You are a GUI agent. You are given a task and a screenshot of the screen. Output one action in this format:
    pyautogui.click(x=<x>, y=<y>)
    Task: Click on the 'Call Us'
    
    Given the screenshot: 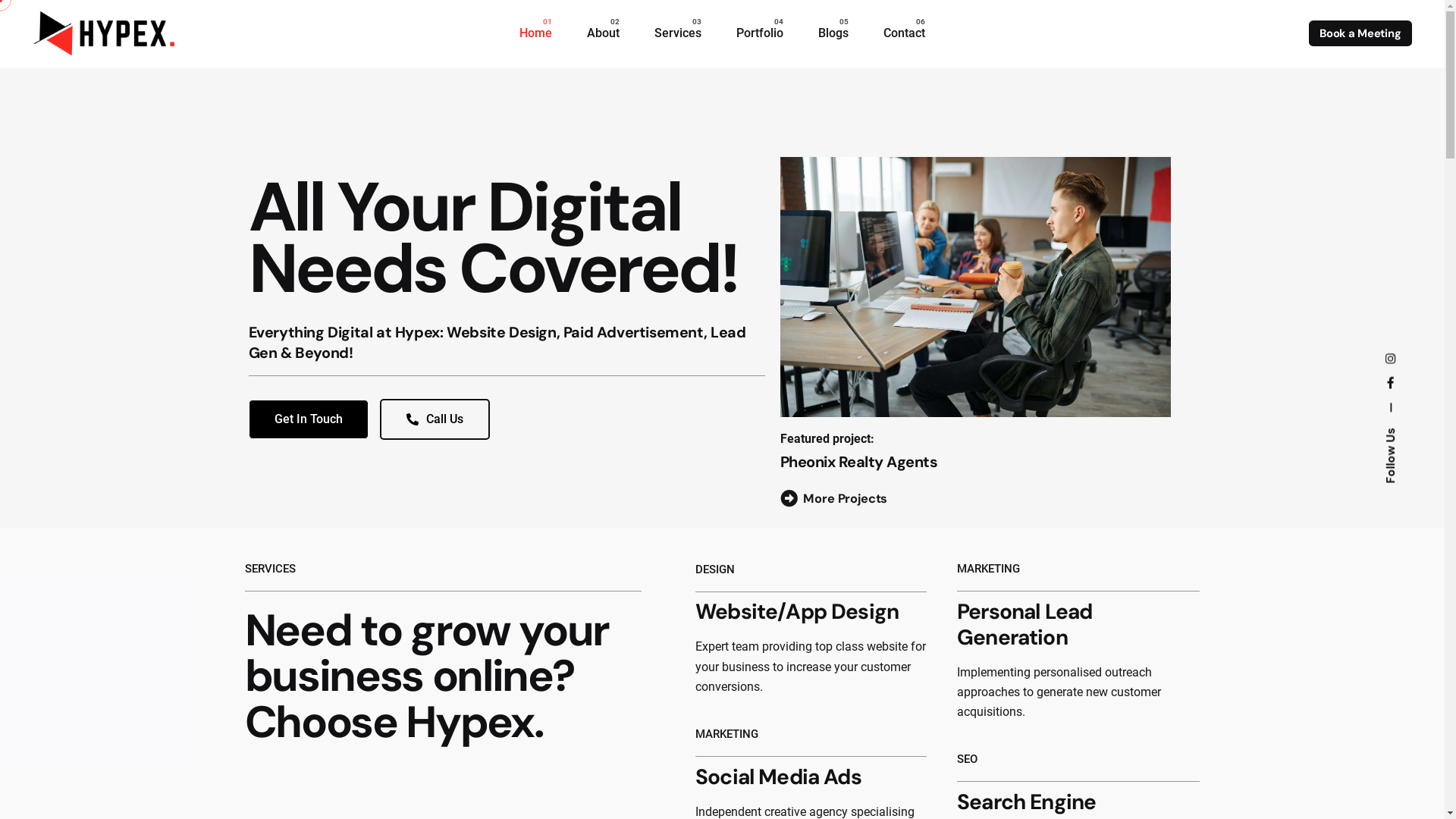 What is the action you would take?
    pyautogui.click(x=433, y=419)
    